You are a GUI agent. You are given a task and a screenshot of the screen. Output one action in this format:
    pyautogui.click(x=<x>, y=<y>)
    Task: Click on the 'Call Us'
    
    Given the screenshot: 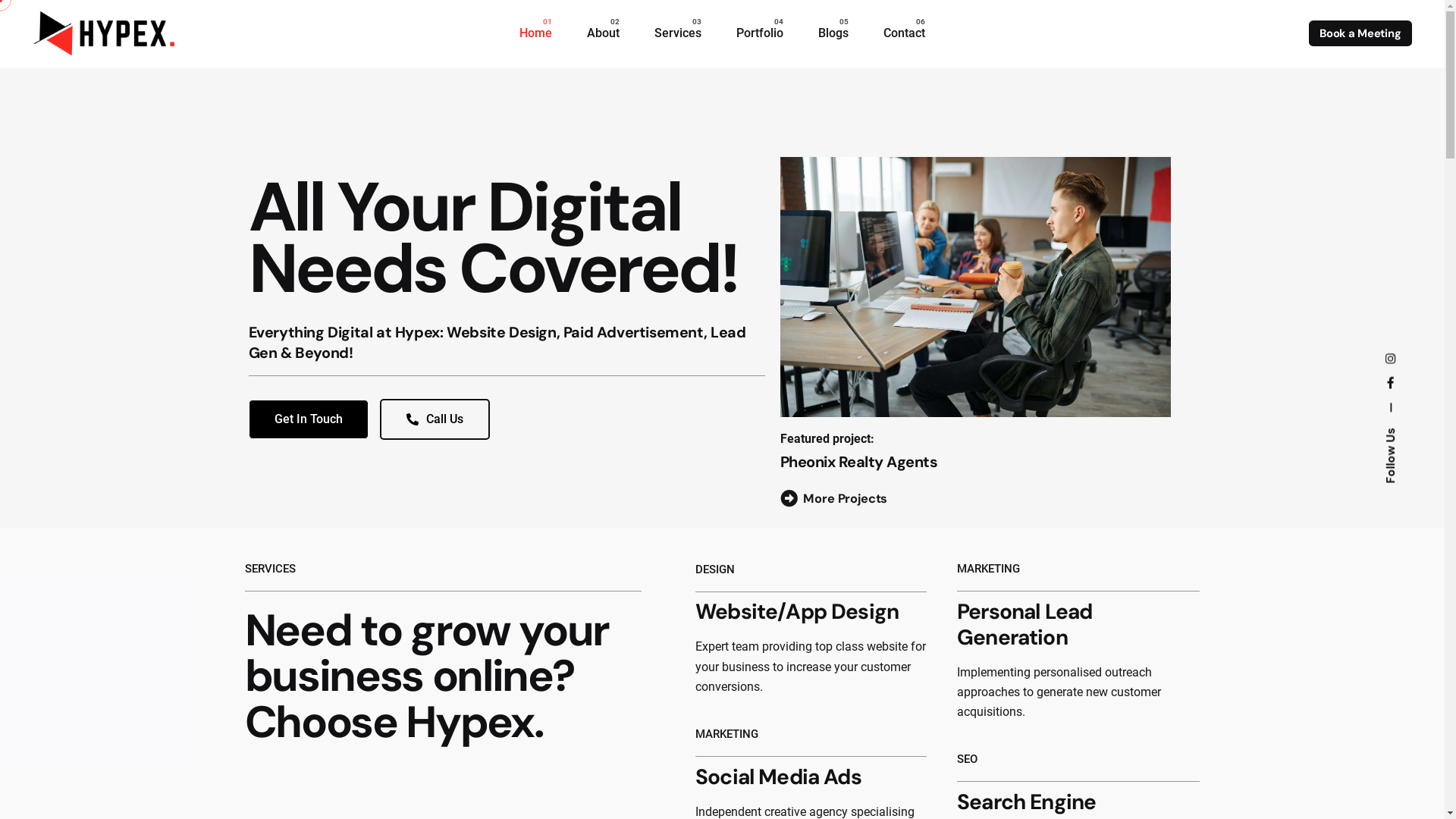 What is the action you would take?
    pyautogui.click(x=433, y=419)
    